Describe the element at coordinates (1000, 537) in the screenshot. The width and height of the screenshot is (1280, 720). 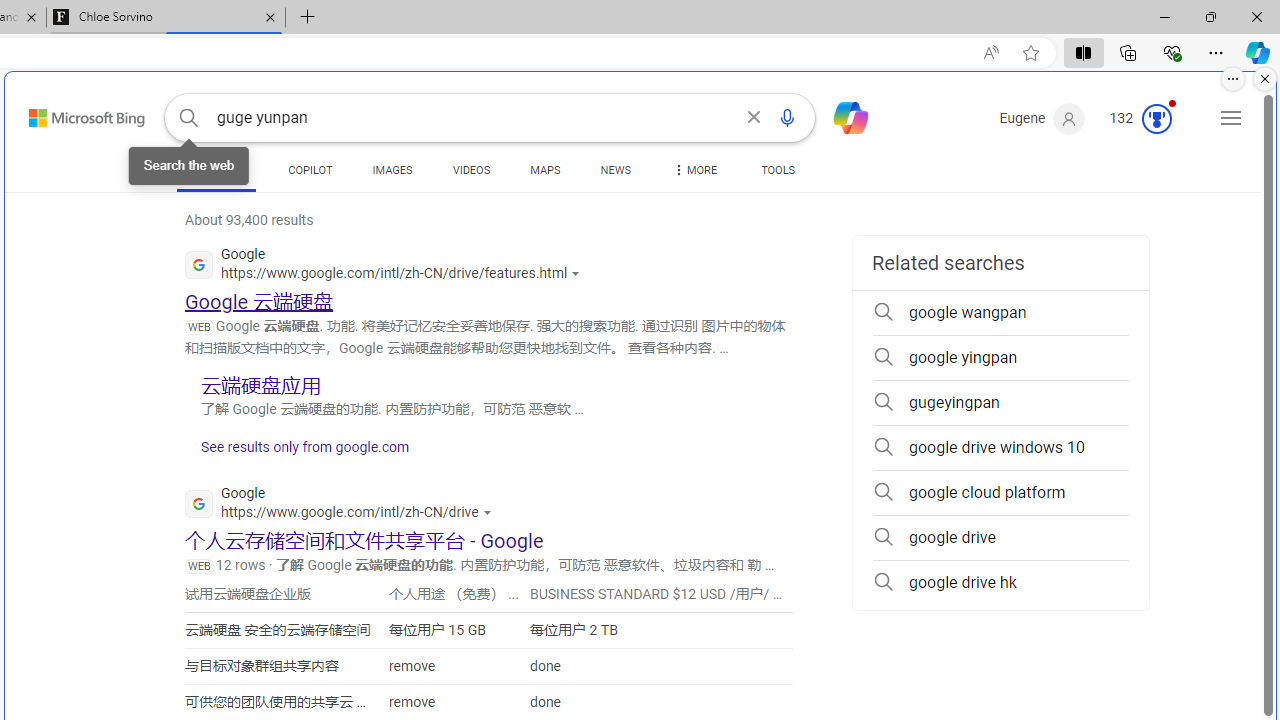
I see `'google drive'` at that location.